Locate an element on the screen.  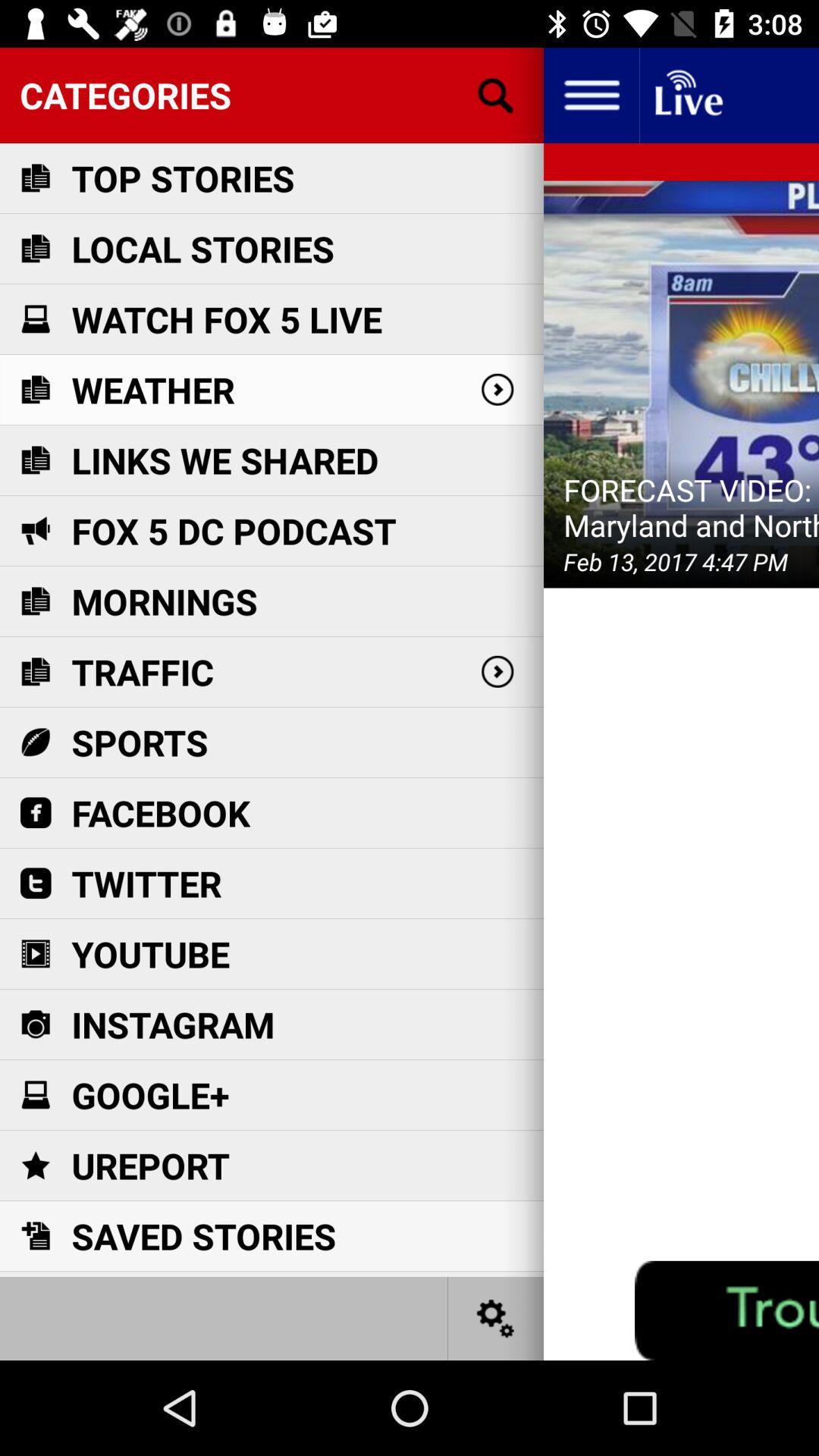
the home icon is located at coordinates (687, 94).